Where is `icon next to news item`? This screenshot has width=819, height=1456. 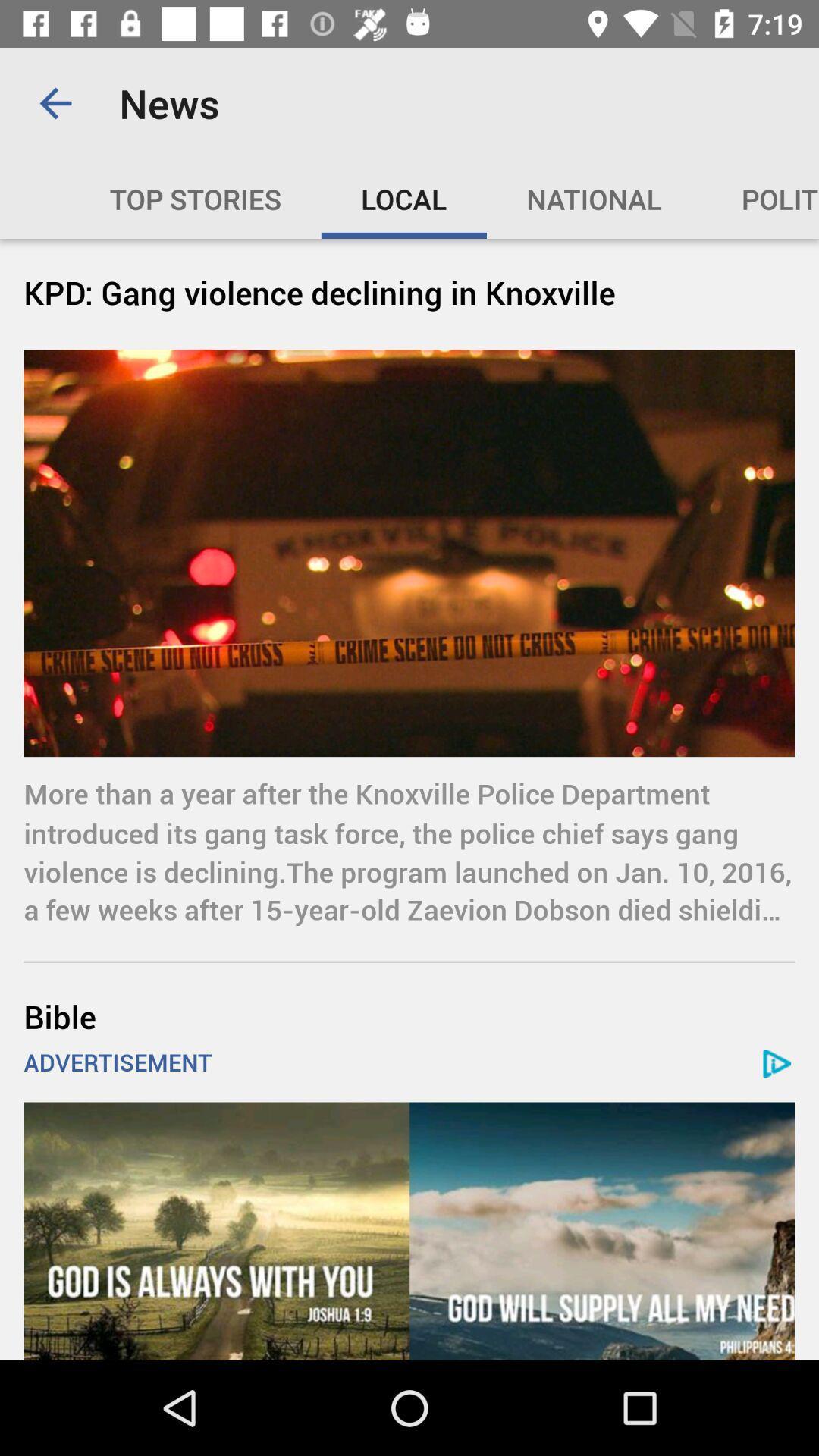
icon next to news item is located at coordinates (55, 102).